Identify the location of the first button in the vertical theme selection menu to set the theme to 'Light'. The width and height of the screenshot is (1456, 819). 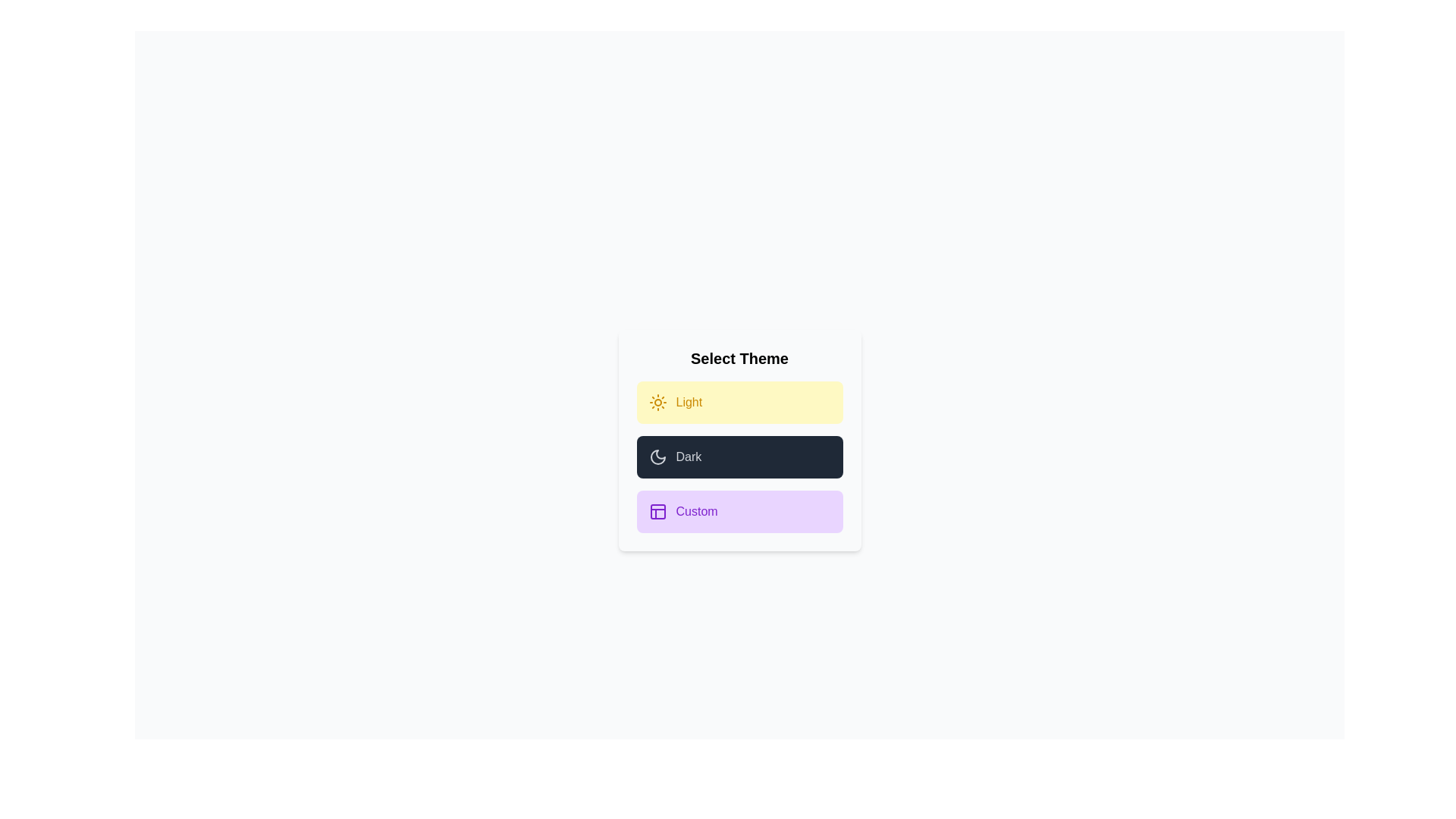
(739, 402).